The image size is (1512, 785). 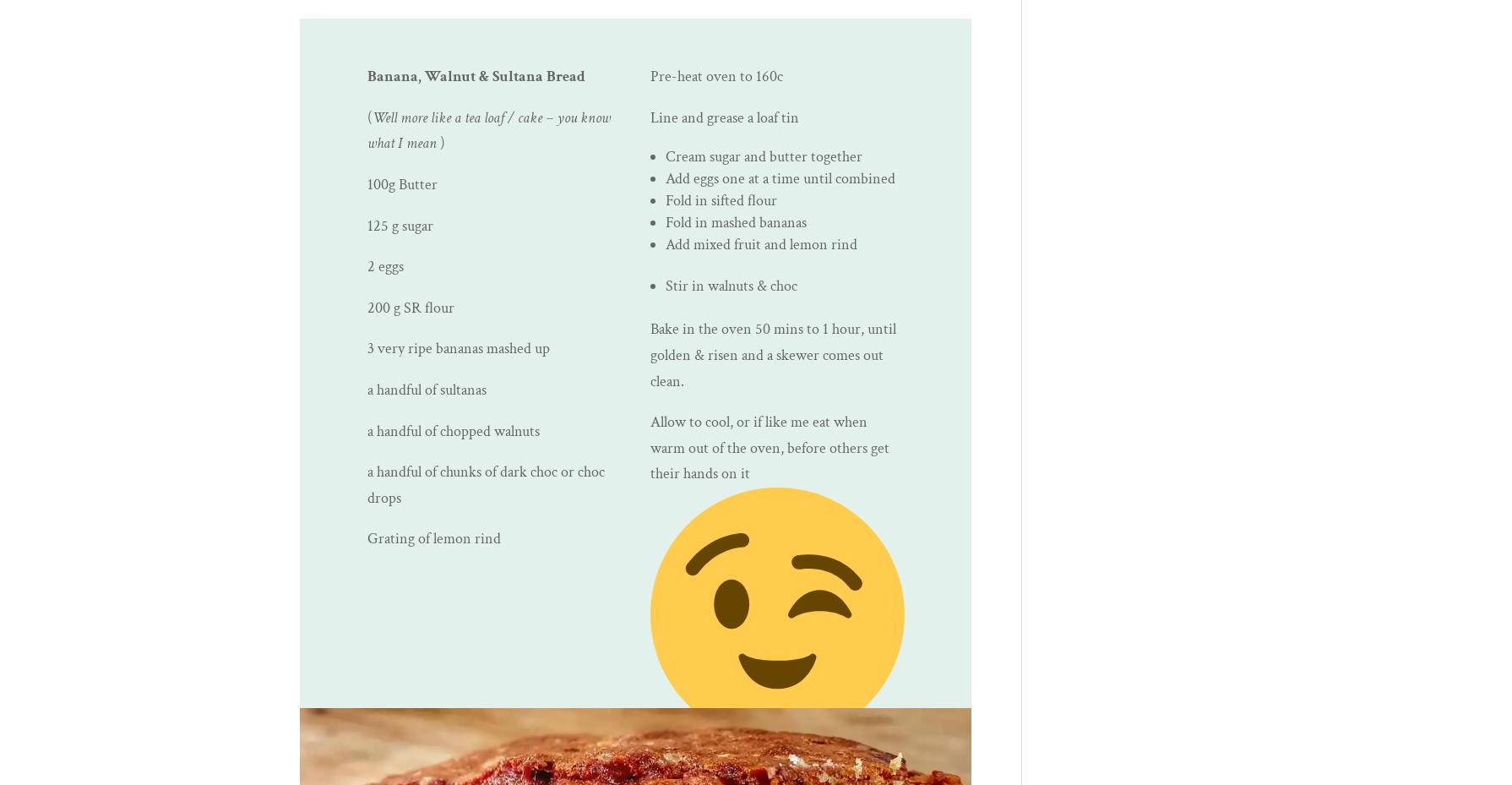 I want to click on 'a handful of chopped walnuts', so click(x=451, y=430).